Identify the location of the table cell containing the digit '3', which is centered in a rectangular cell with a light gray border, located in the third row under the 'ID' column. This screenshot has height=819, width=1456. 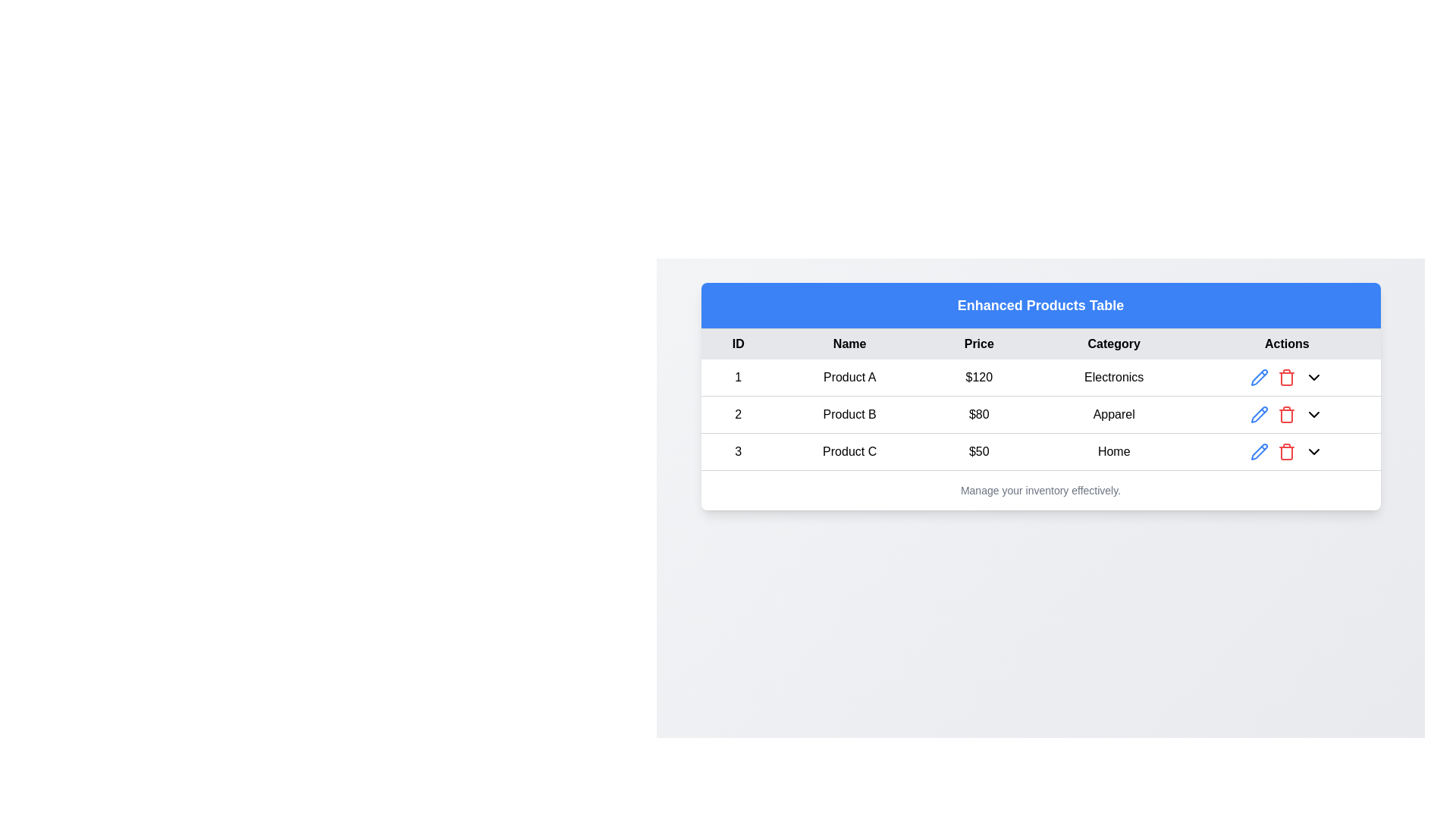
(738, 451).